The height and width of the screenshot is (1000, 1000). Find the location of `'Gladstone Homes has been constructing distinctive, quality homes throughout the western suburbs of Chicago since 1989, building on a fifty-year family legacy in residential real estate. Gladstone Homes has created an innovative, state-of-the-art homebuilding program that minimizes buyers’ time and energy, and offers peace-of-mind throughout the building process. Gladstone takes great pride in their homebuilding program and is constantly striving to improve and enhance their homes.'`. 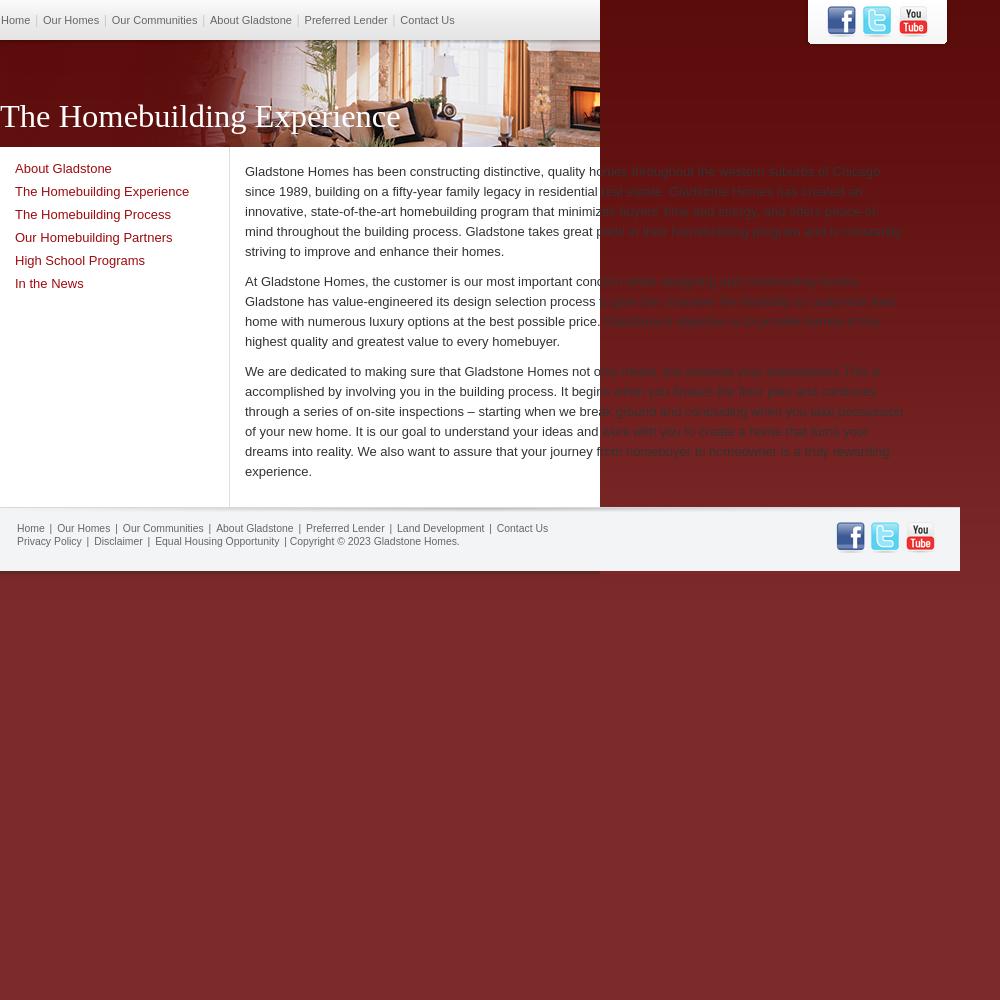

'Gladstone Homes has been constructing distinctive, quality homes throughout the western suburbs of Chicago since 1989, building on a fifty-year family legacy in residential real estate. Gladstone Homes has created an innovative, state-of-the-art homebuilding program that minimizes buyers’ time and energy, and offers peace-of-mind throughout the building process. Gladstone takes great pride in their homebuilding program and is constantly striving to improve and enhance their homes.' is located at coordinates (572, 210).